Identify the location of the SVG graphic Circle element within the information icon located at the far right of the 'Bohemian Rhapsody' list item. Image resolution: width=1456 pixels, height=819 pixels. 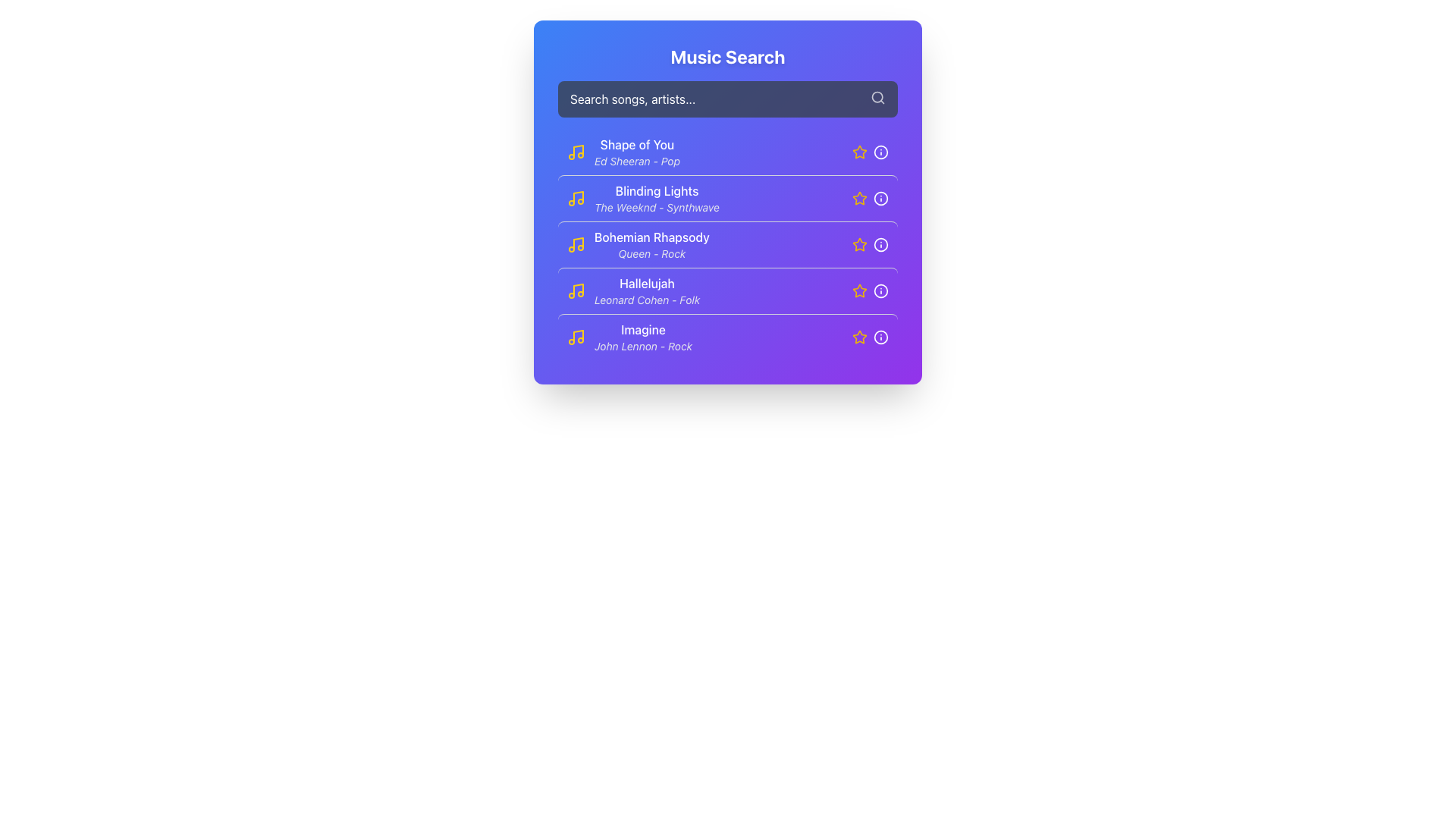
(880, 244).